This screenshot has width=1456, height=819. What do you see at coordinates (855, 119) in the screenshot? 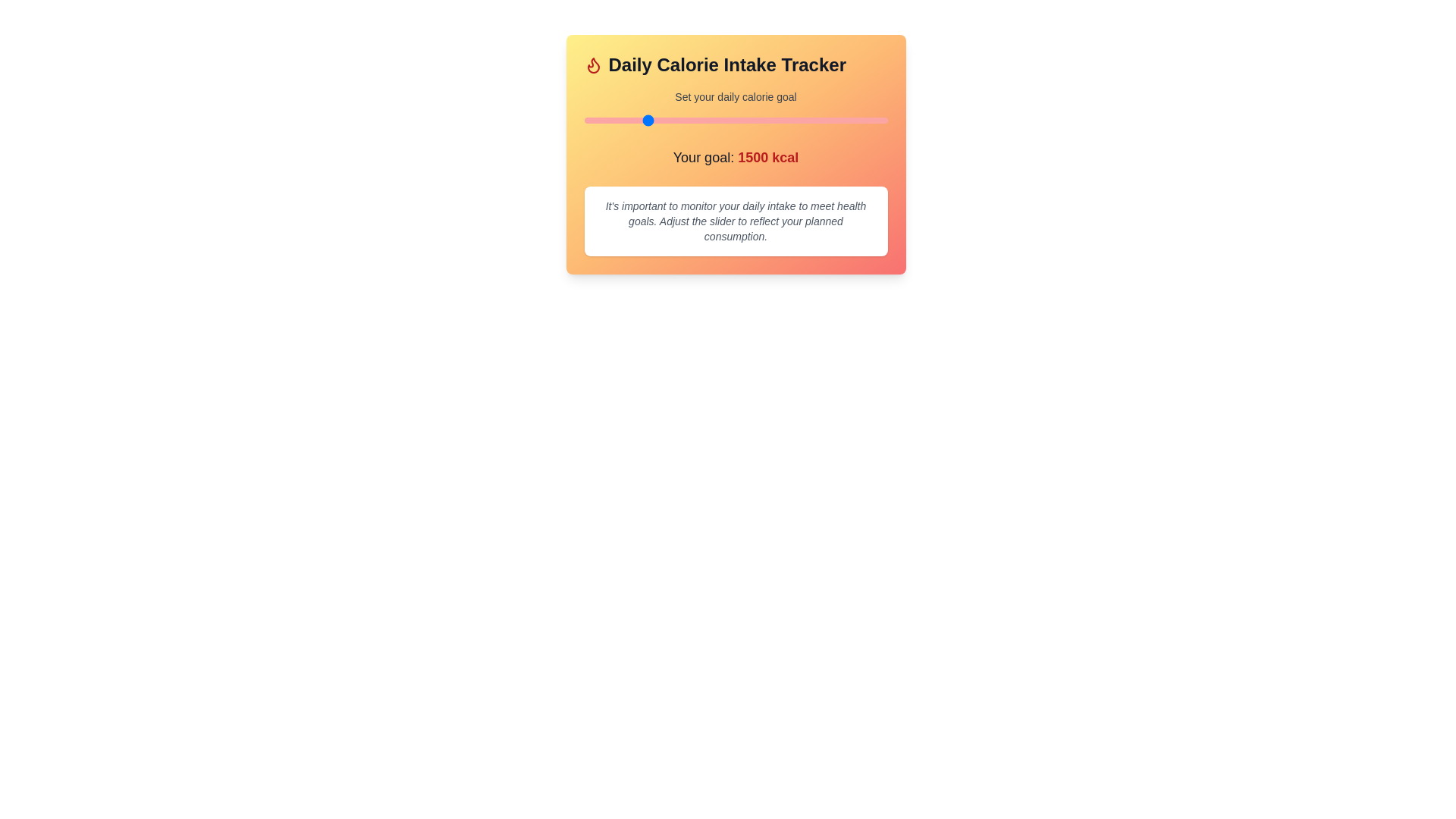
I see `the calorie goal slider to a value of 3234` at bounding box center [855, 119].